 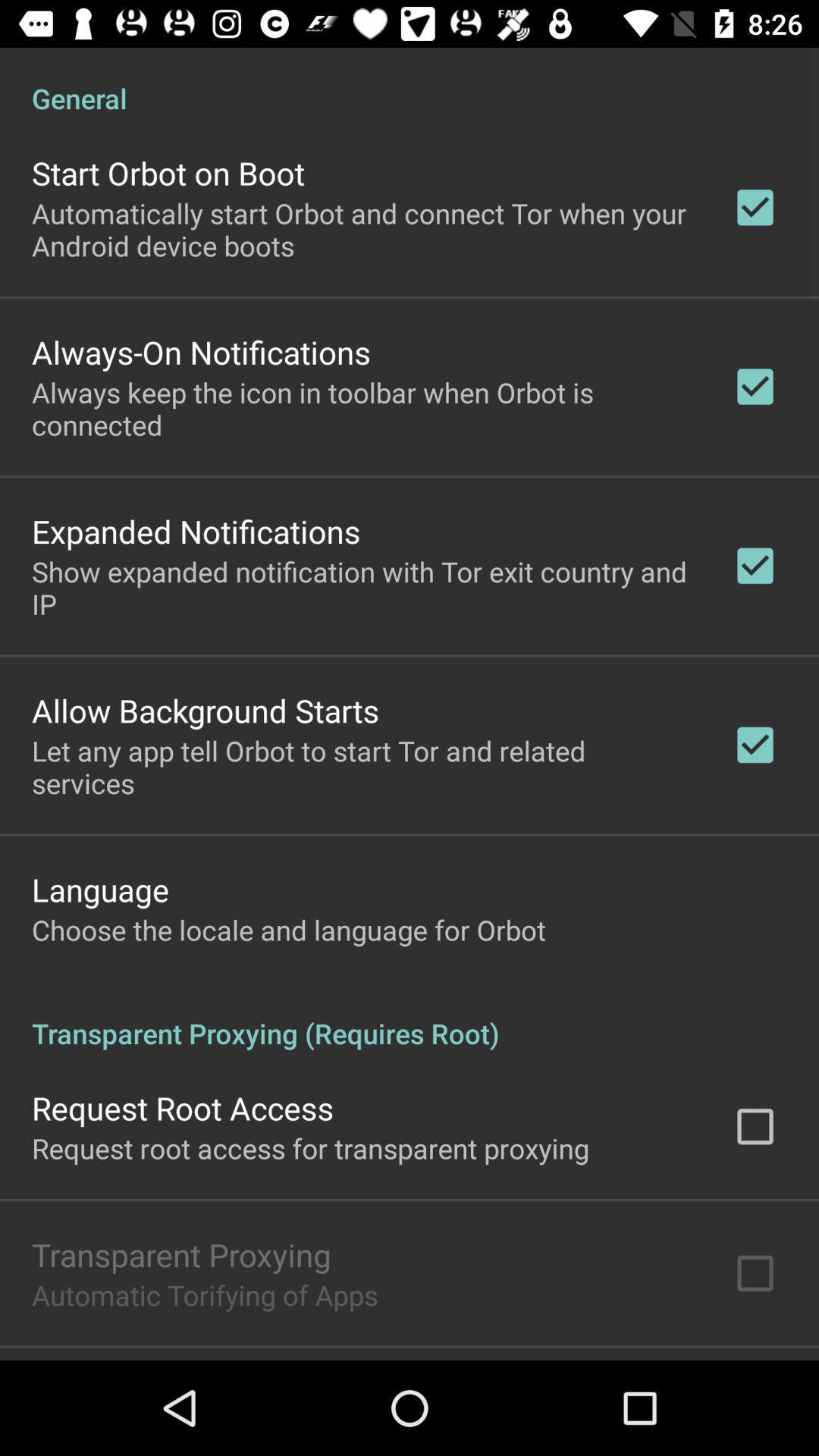 What do you see at coordinates (205, 1294) in the screenshot?
I see `automatic torifying of item` at bounding box center [205, 1294].